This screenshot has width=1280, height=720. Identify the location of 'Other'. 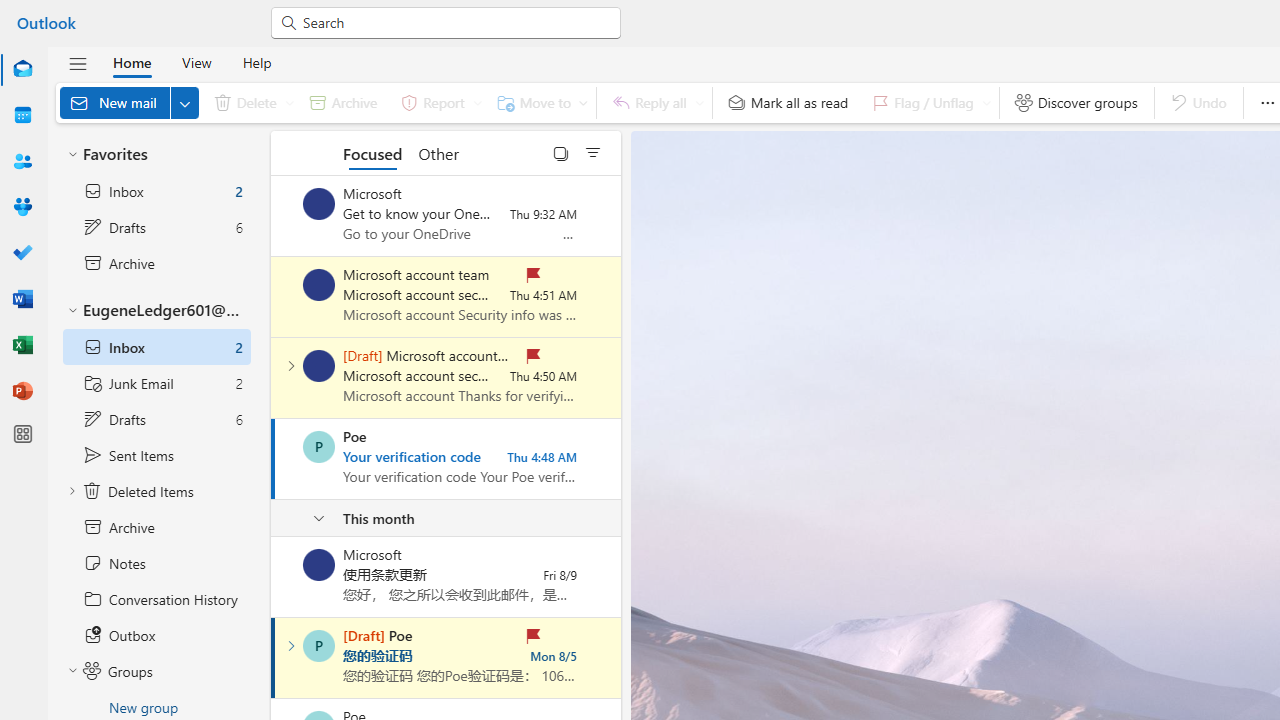
(437, 152).